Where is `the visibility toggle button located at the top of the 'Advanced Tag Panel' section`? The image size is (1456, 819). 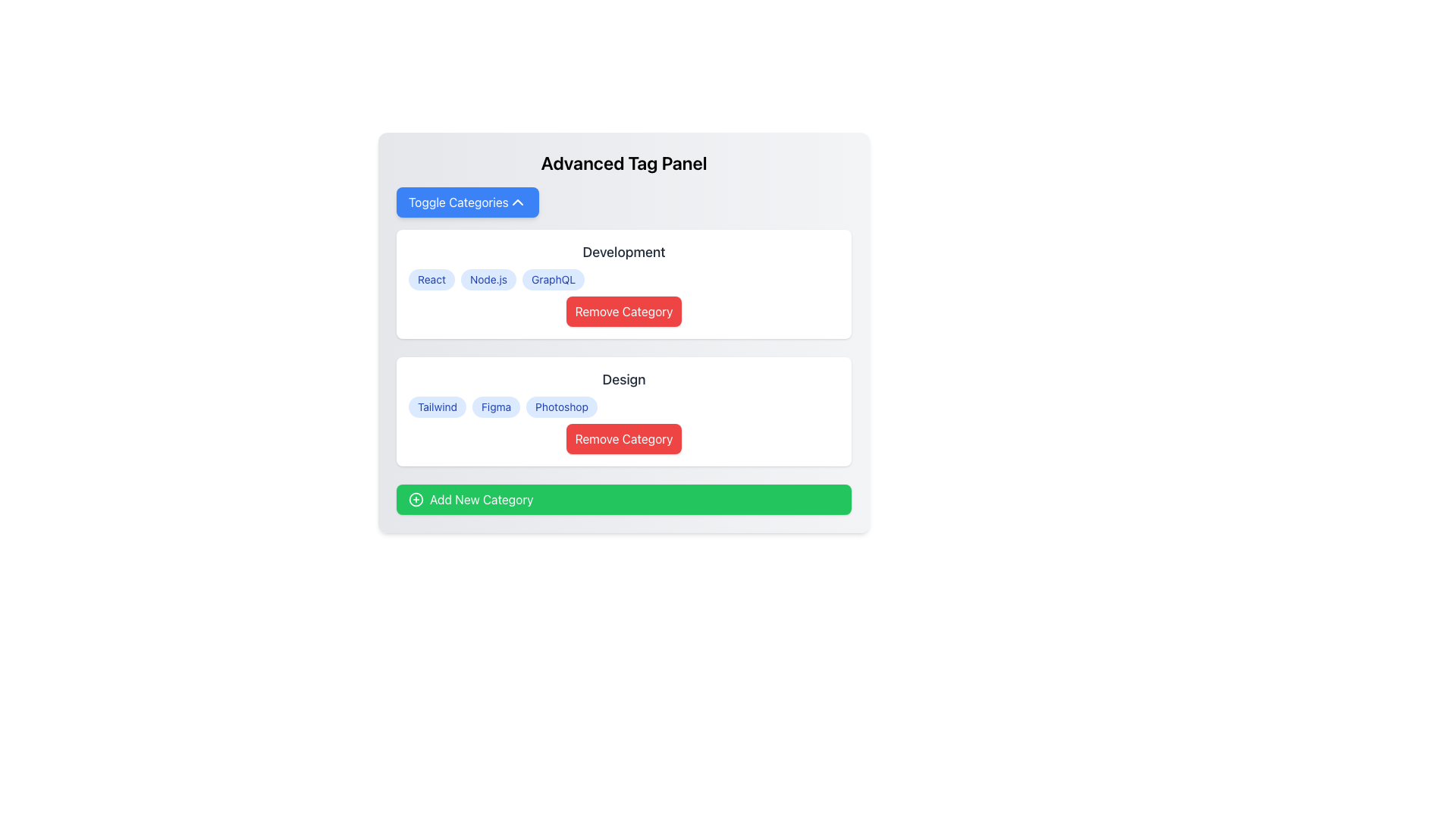 the visibility toggle button located at the top of the 'Advanced Tag Panel' section is located at coordinates (466, 201).